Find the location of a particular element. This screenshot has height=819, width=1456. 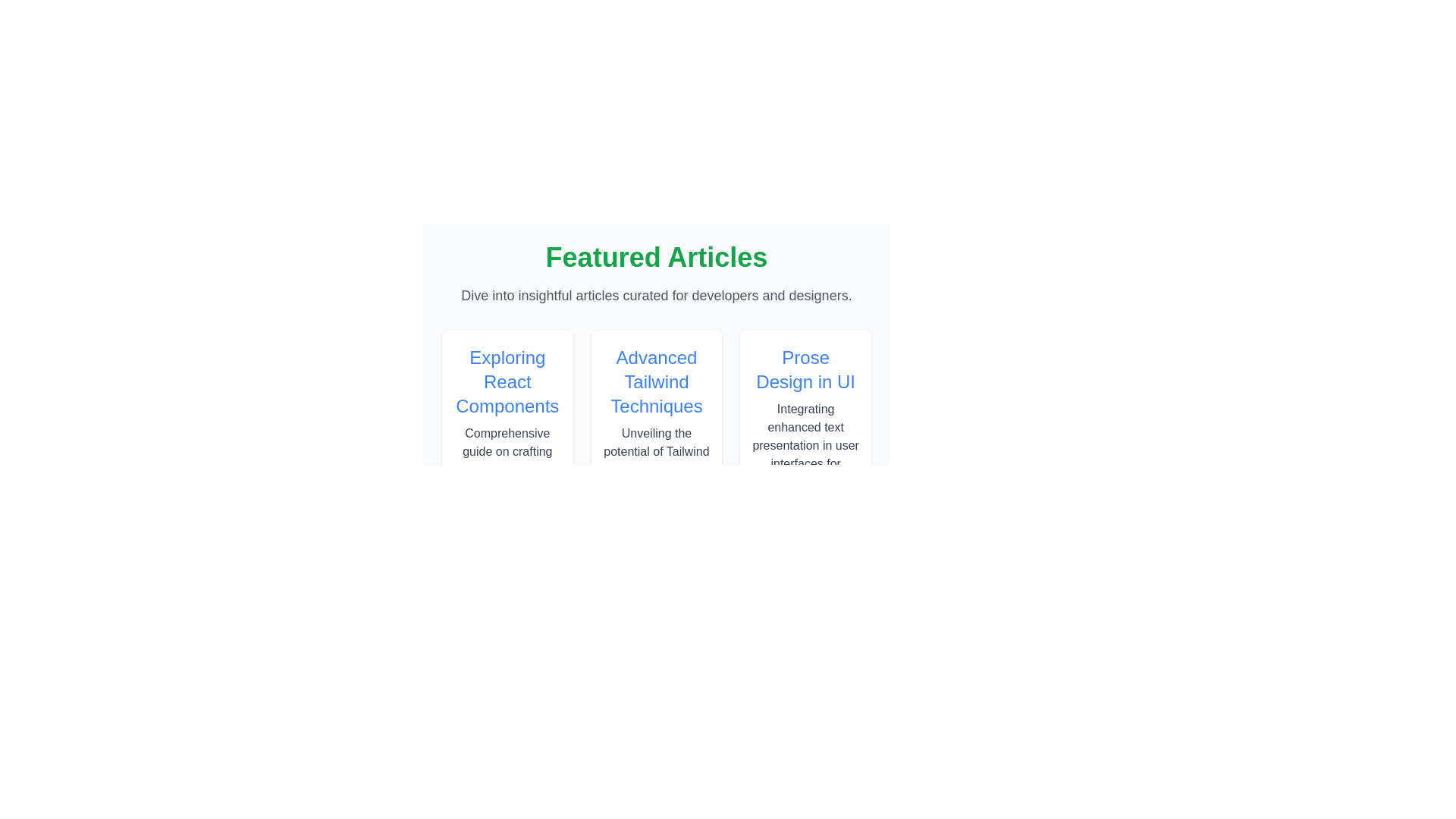

the second card in the horizontal list of featured articles is located at coordinates (656, 457).